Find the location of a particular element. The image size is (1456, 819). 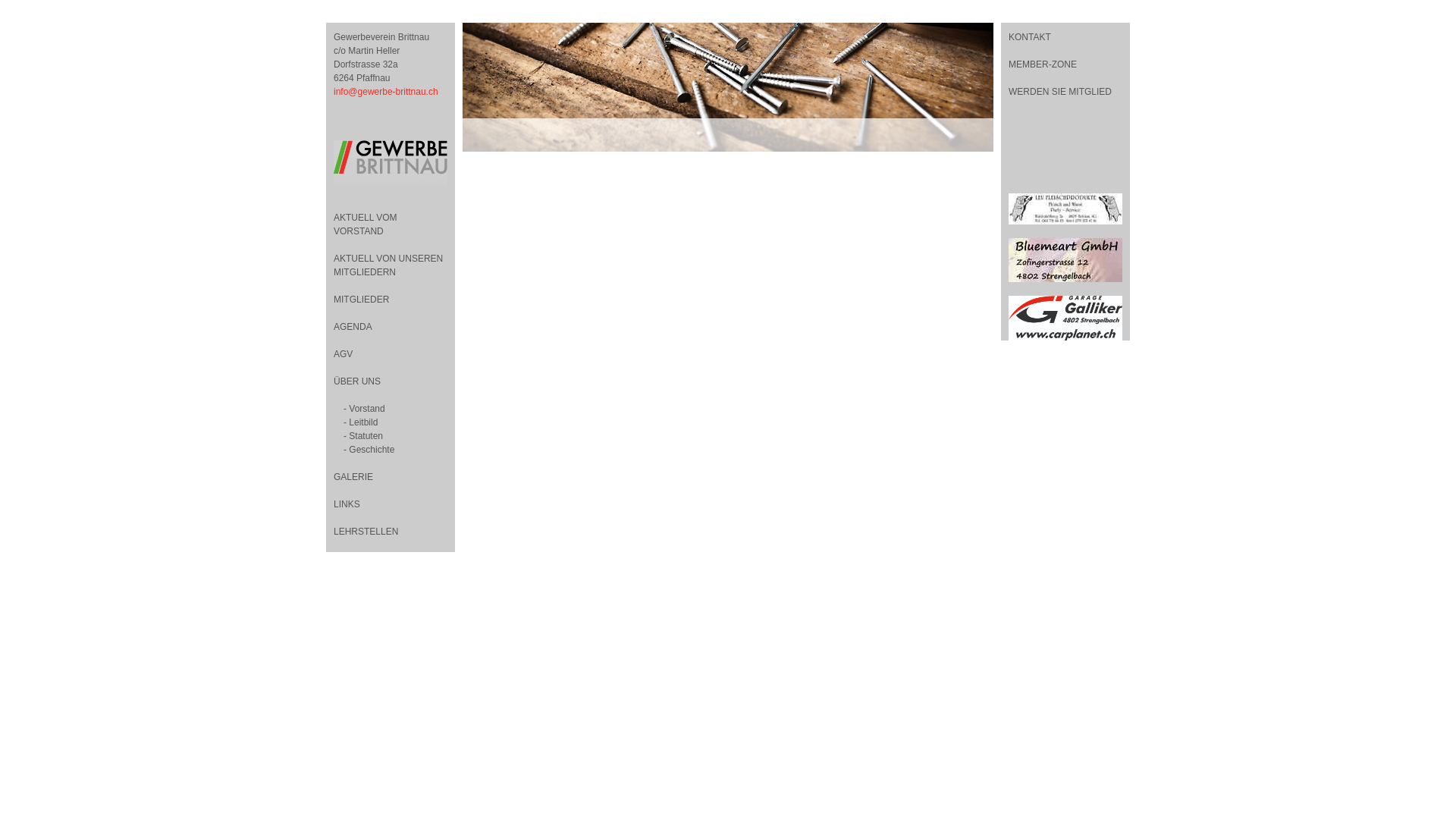

'KONTAKT' is located at coordinates (1065, 36).